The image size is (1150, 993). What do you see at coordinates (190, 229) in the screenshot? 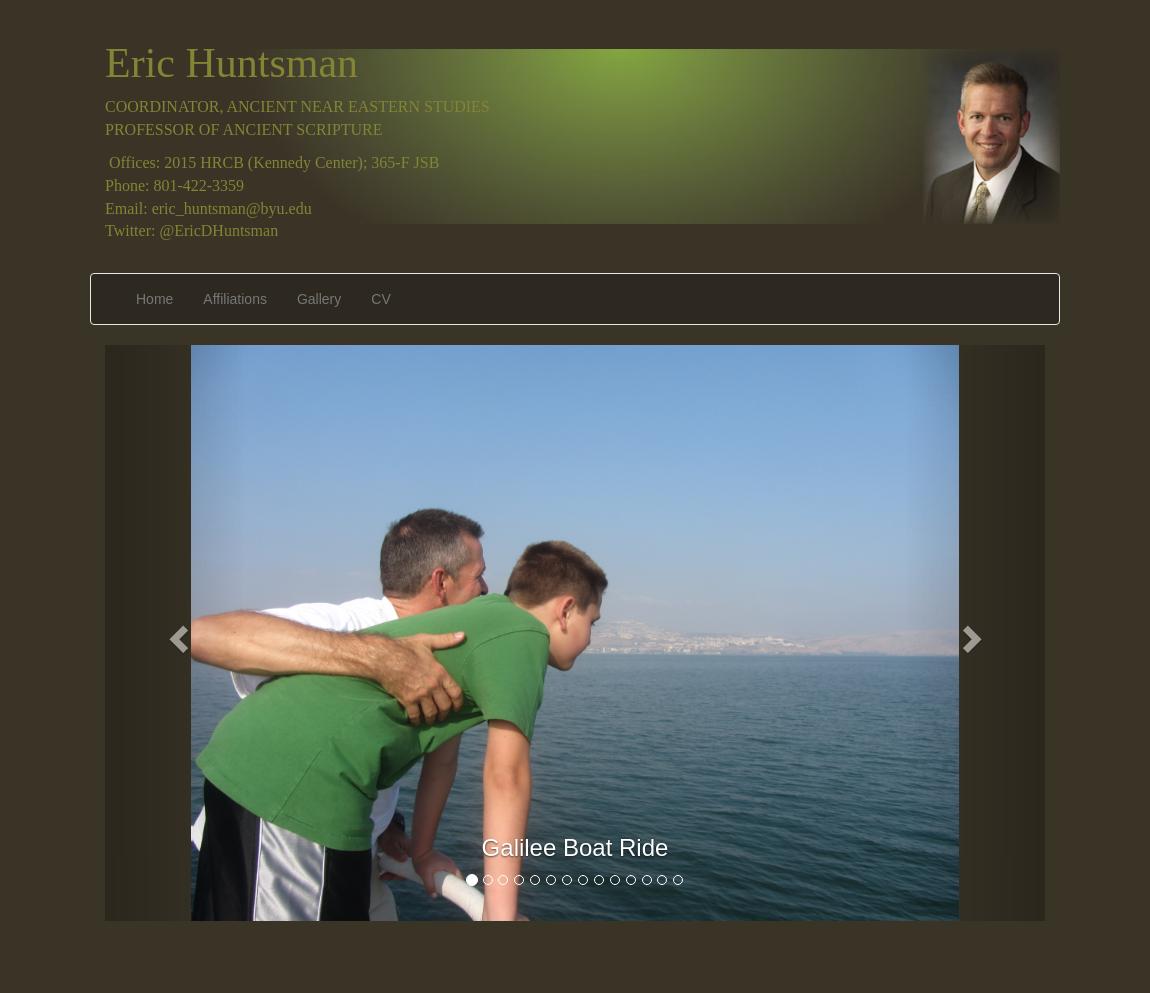
I see `'Twitter: @EricDHuntsman'` at bounding box center [190, 229].